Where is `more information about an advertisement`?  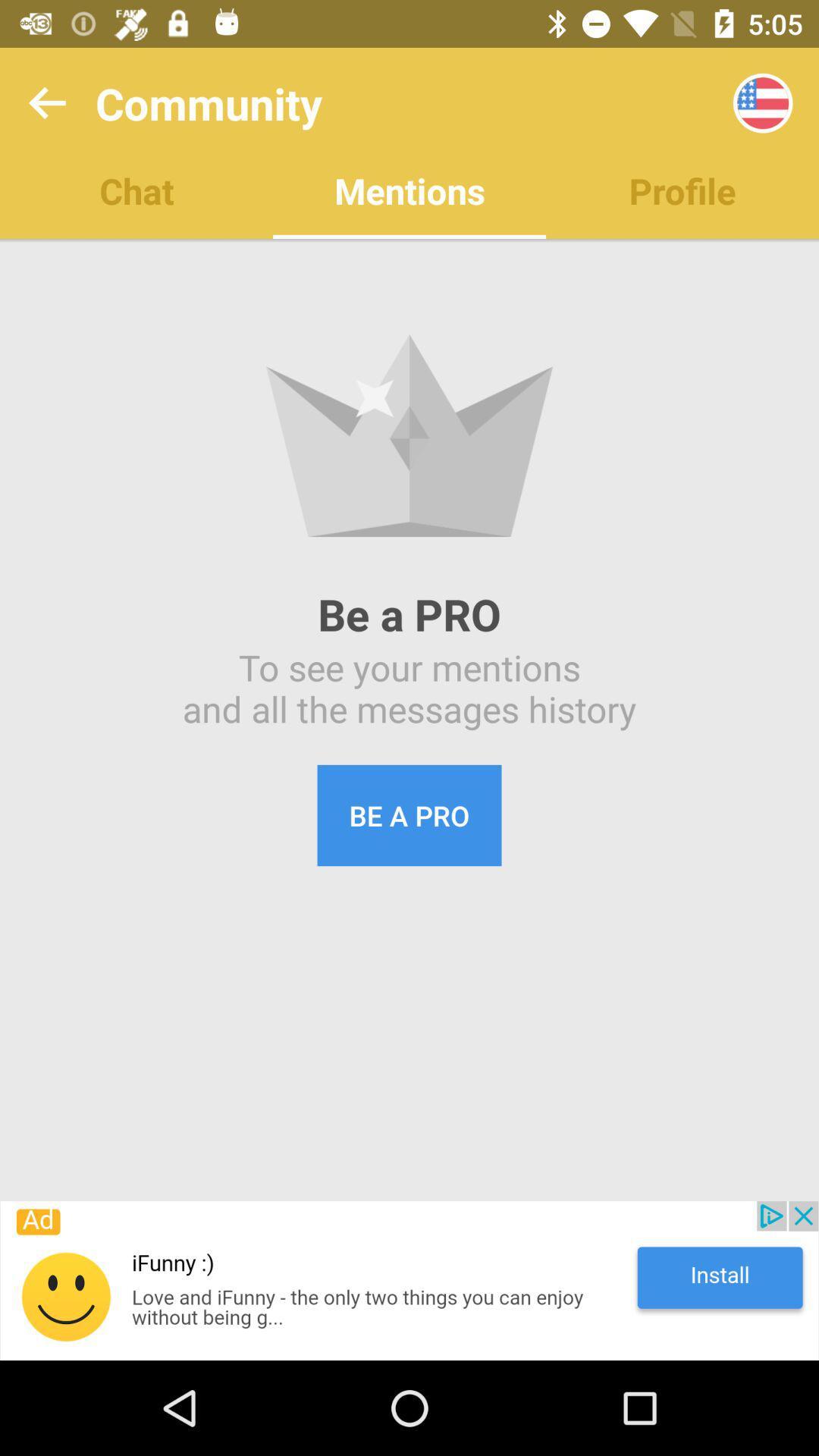
more information about an advertisement is located at coordinates (409, 1280).